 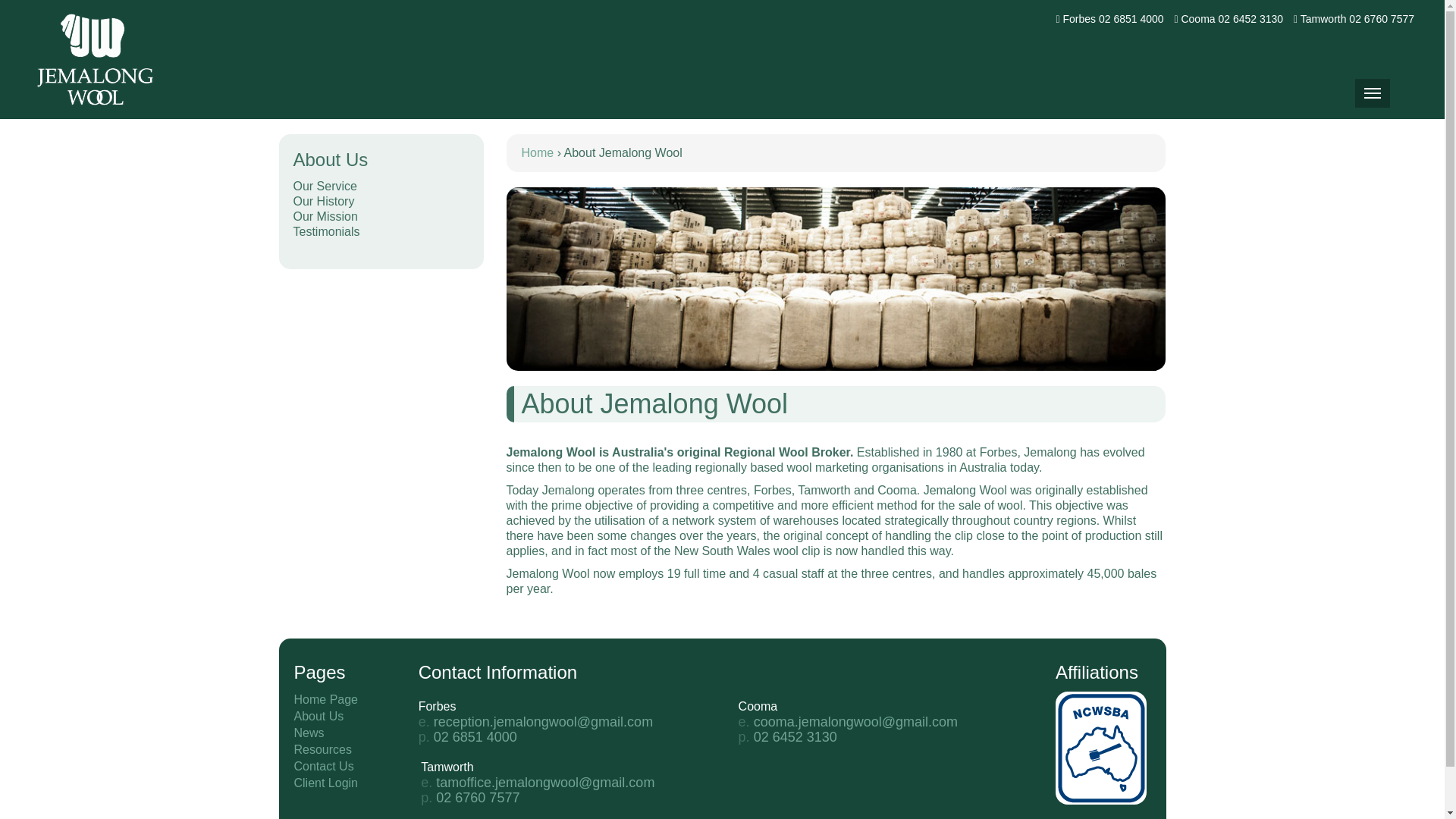 What do you see at coordinates (292, 231) in the screenshot?
I see `'Testimonials'` at bounding box center [292, 231].